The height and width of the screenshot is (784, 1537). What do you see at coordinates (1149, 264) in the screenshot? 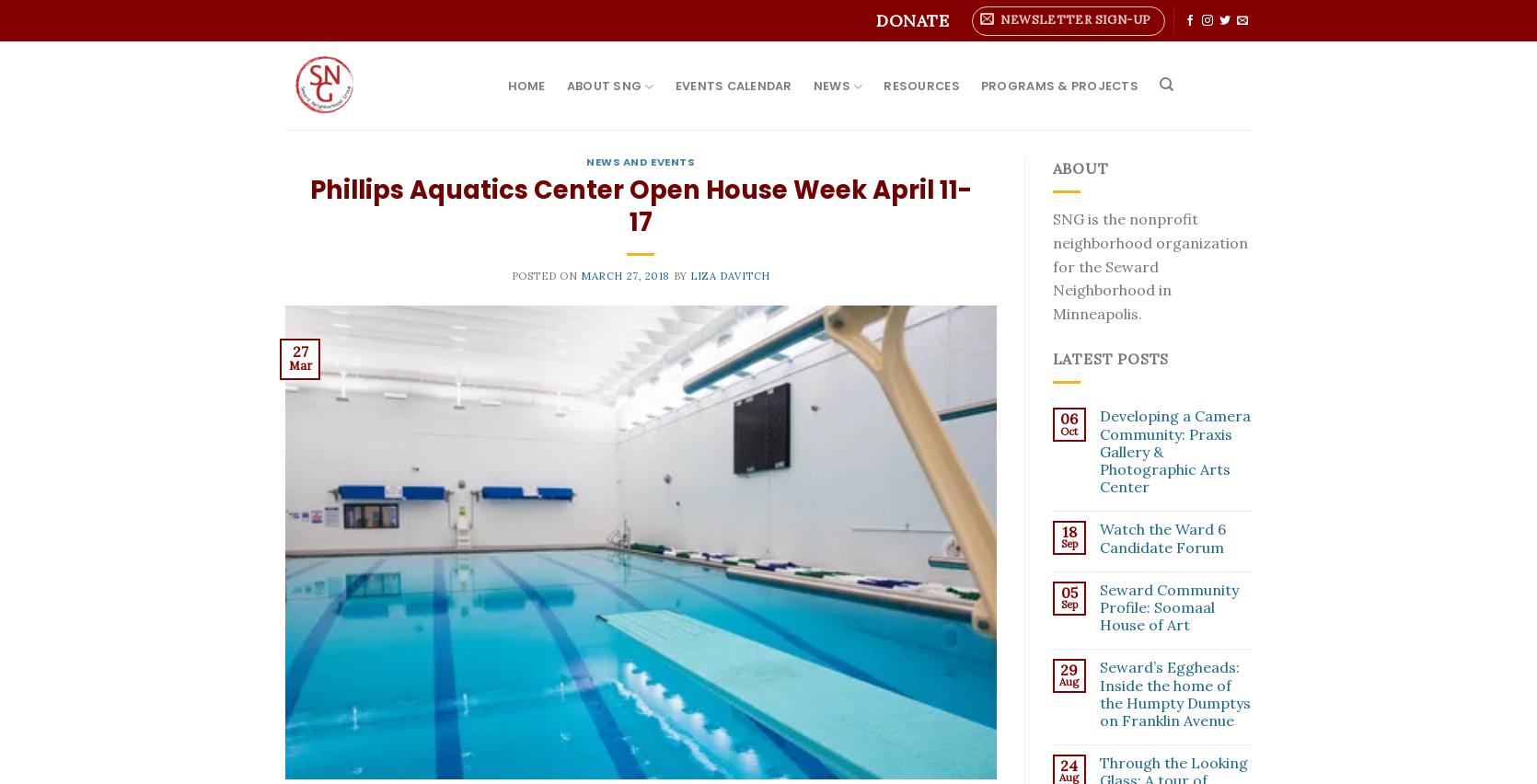
I see `'SNG is the nonprofit neighborhood organization for the Seward Neighborhood in Minneapolis.'` at bounding box center [1149, 264].